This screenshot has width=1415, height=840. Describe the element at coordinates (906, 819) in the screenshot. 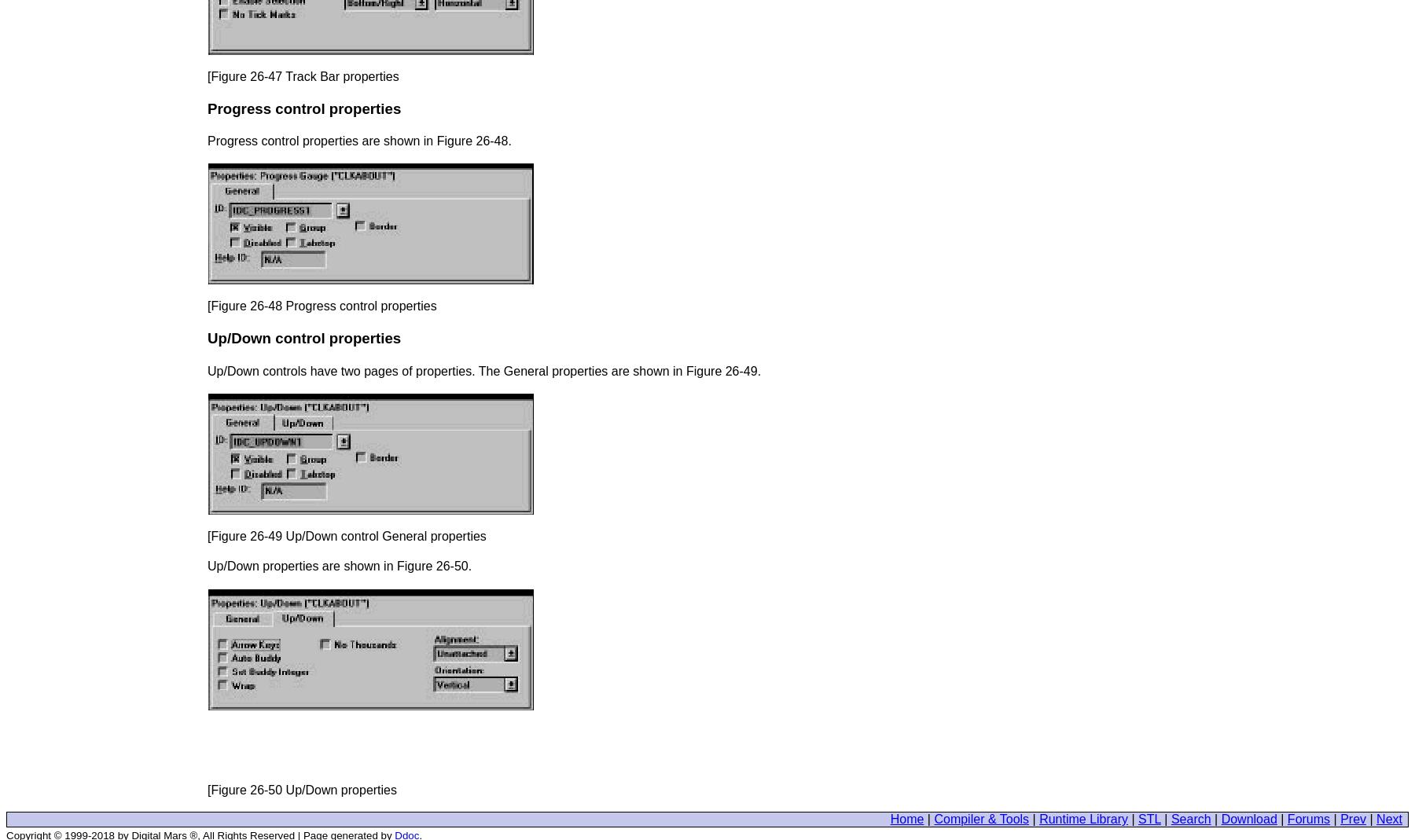

I see `'Home'` at that location.